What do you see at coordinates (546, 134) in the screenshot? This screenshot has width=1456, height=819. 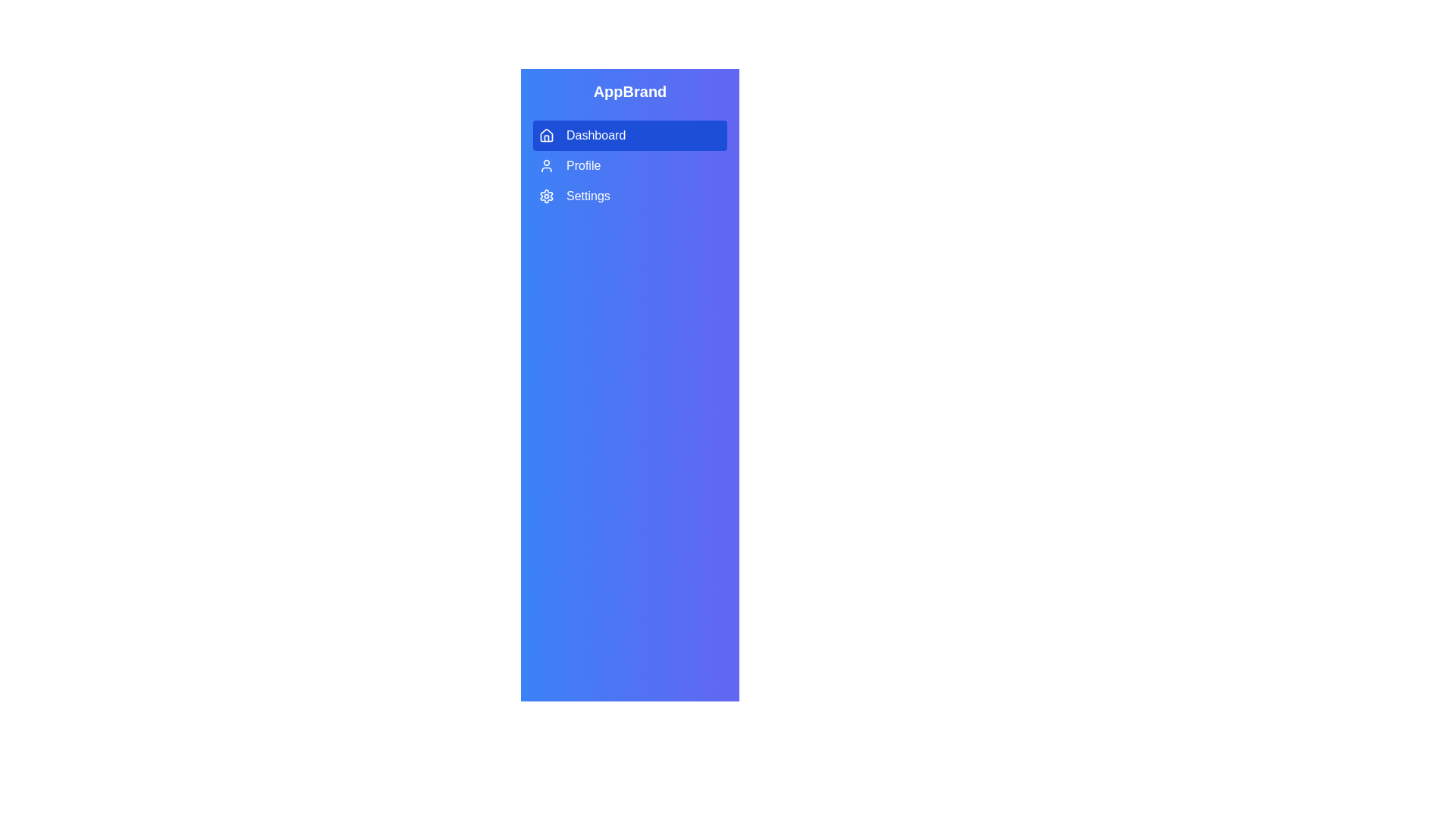 I see `the 'Dashboard' icon in the sidebar menu, which serves as a navigation element to the dashboard section` at bounding box center [546, 134].